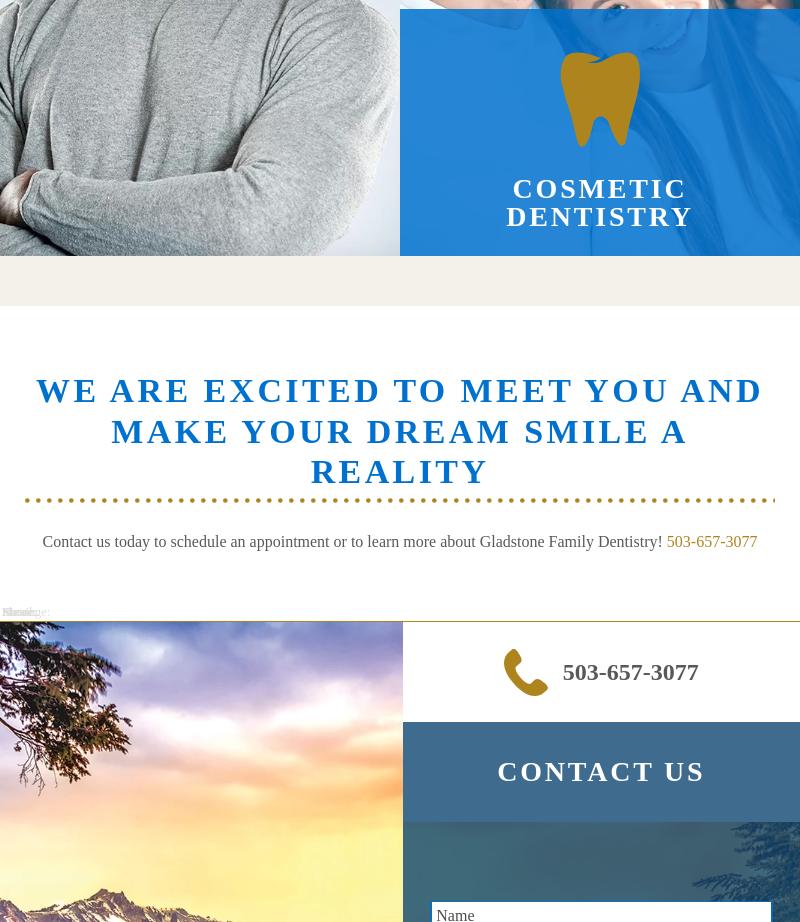 The image size is (800, 922). Describe the element at coordinates (26, 612) in the screenshot. I see `'Message:'` at that location.